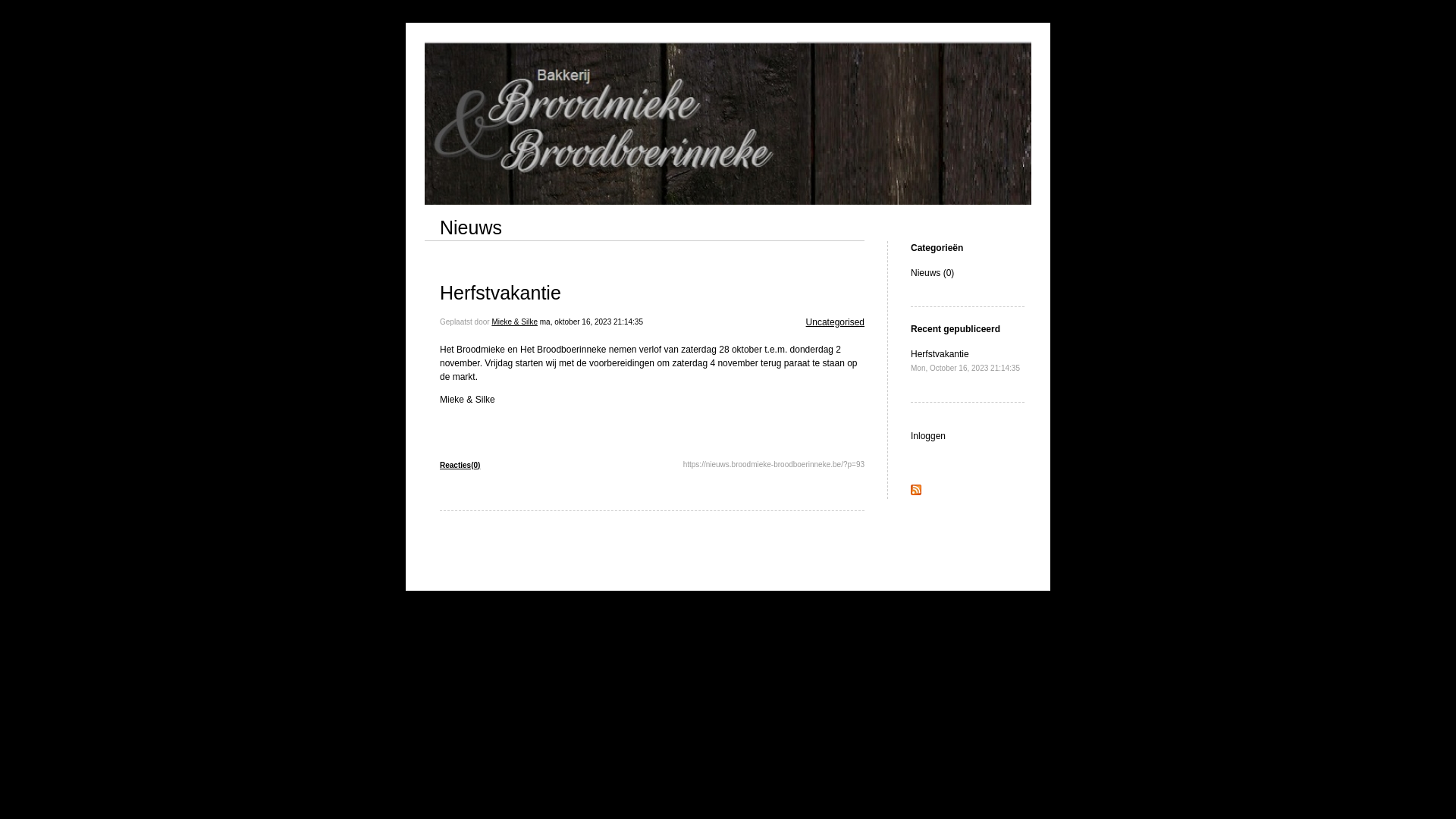 The height and width of the screenshot is (819, 1456). Describe the element at coordinates (469, 227) in the screenshot. I see `'Nieuws'` at that location.